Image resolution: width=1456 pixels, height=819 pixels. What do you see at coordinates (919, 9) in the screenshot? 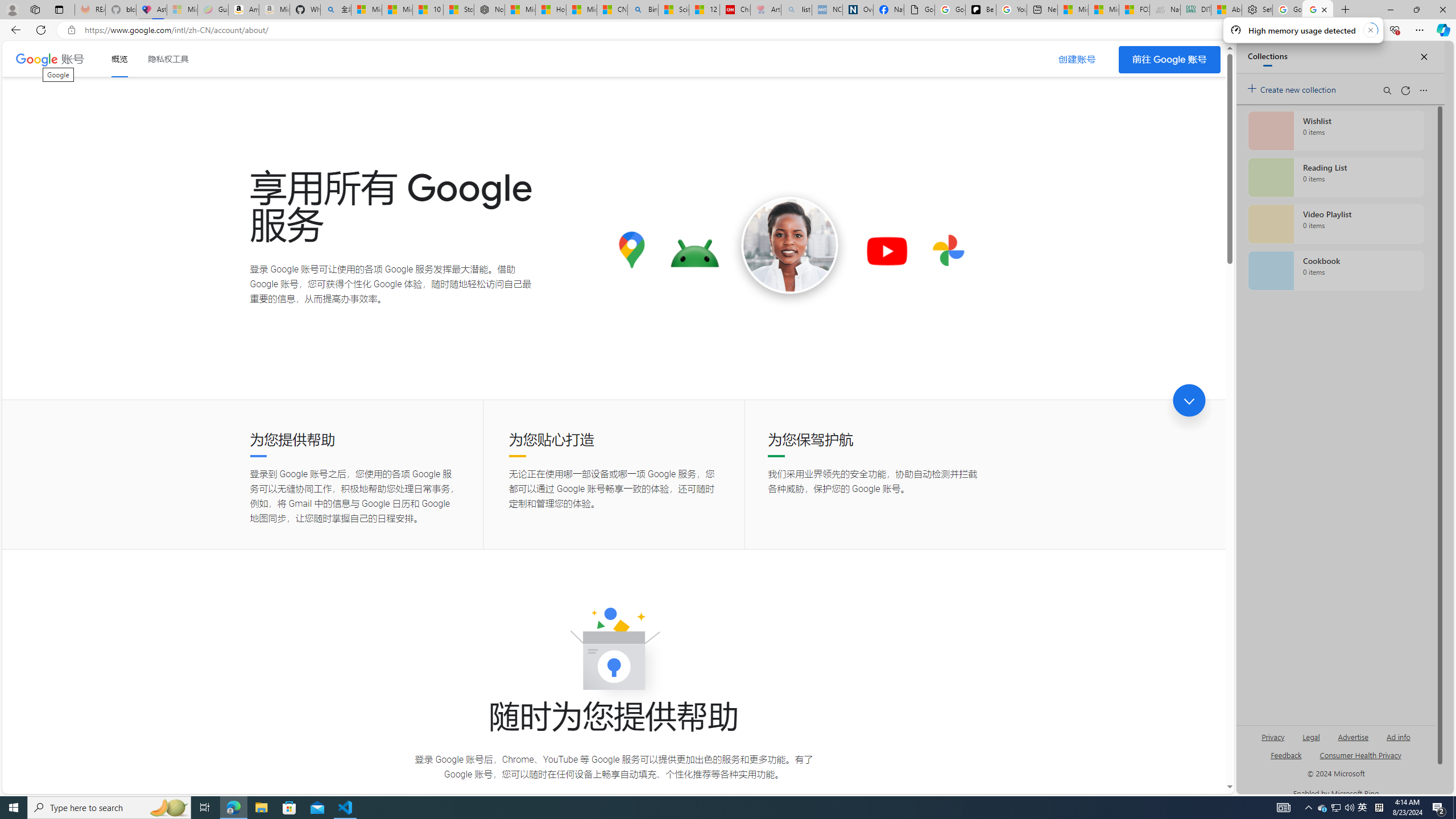
I see `'Google Analytics Opt-out Browser Add-on Download Page'` at bounding box center [919, 9].